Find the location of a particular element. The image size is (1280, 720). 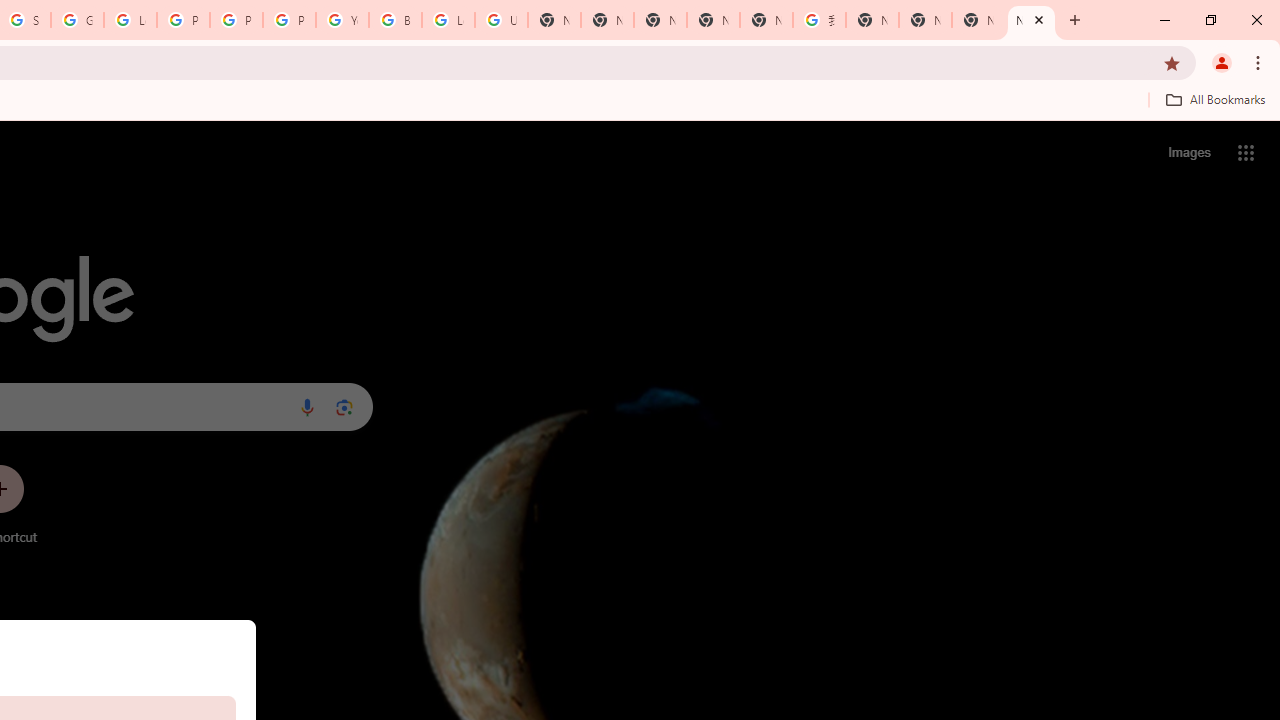

'Privacy Help Center - Policies Help' is located at coordinates (183, 20).